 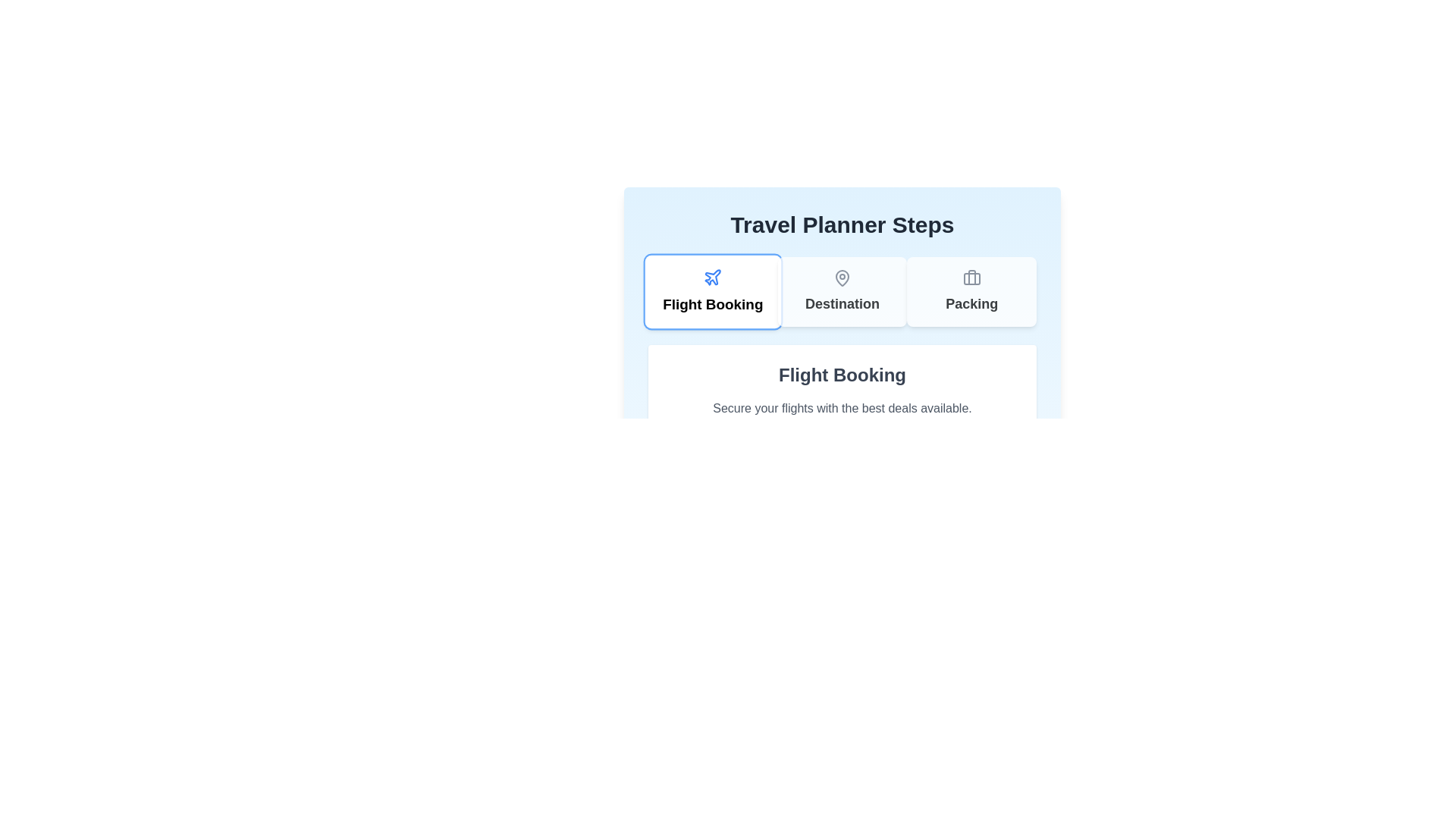 What do you see at coordinates (971, 278) in the screenshot?
I see `the rectangular SVG element located in the 'Packing' section of the 'Travel Planner Steps', which serves as part of the icon's outline` at bounding box center [971, 278].